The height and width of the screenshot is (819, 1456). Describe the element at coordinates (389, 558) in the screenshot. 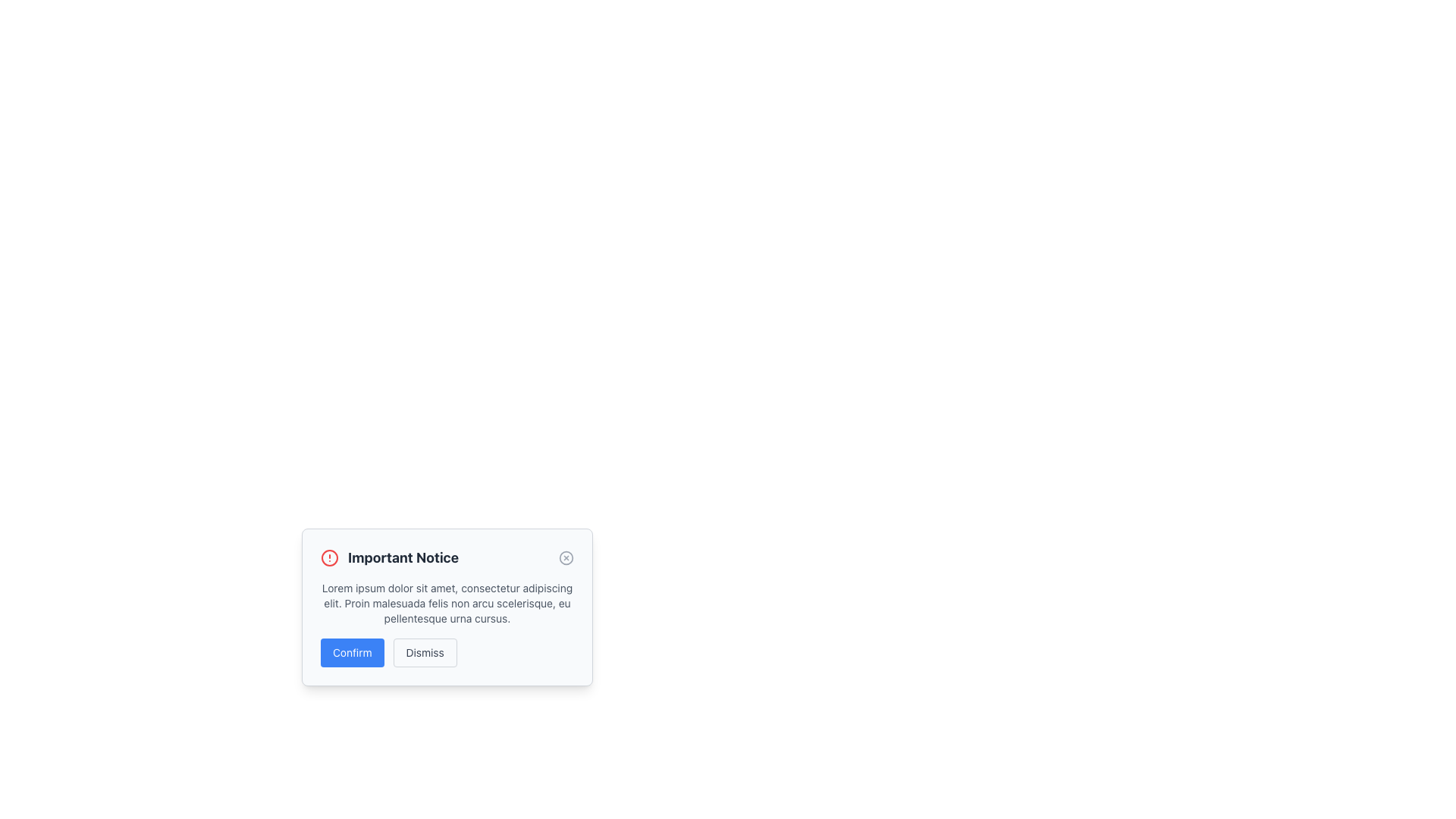

I see `the header element with an icon and text` at that location.